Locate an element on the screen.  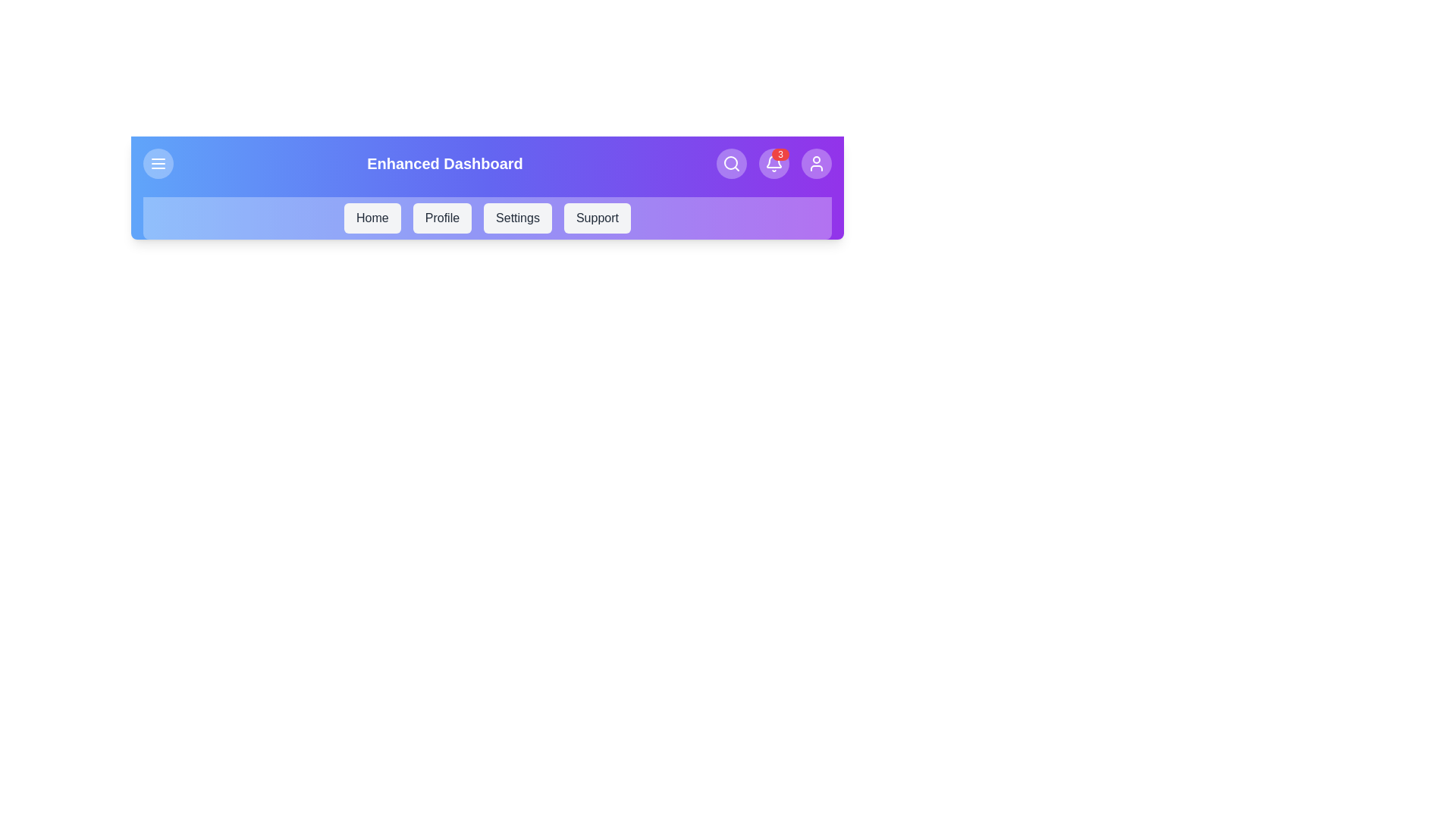
the menu item labeled Settings is located at coordinates (517, 218).